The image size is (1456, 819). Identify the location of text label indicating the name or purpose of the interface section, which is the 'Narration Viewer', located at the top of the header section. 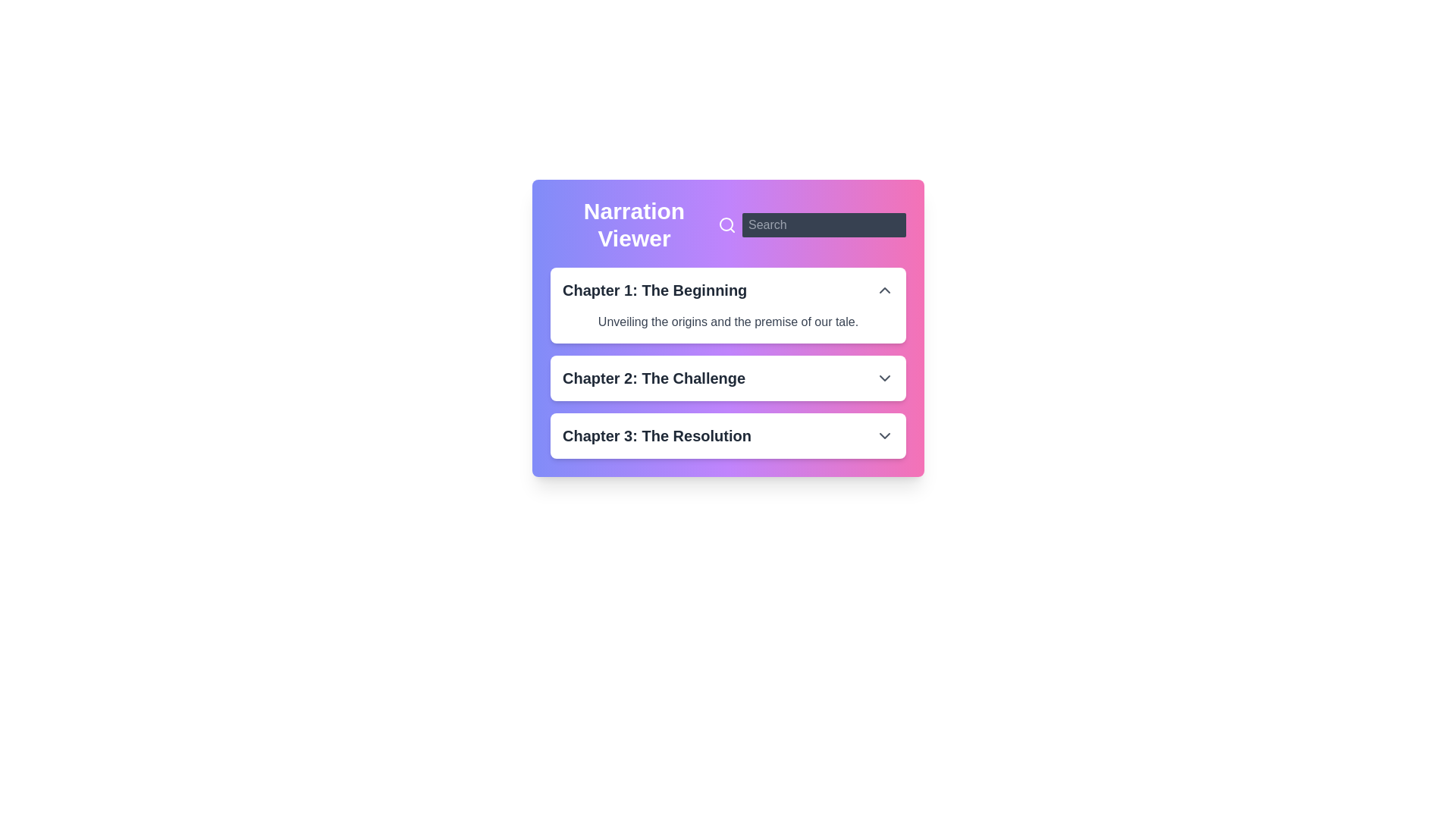
(634, 225).